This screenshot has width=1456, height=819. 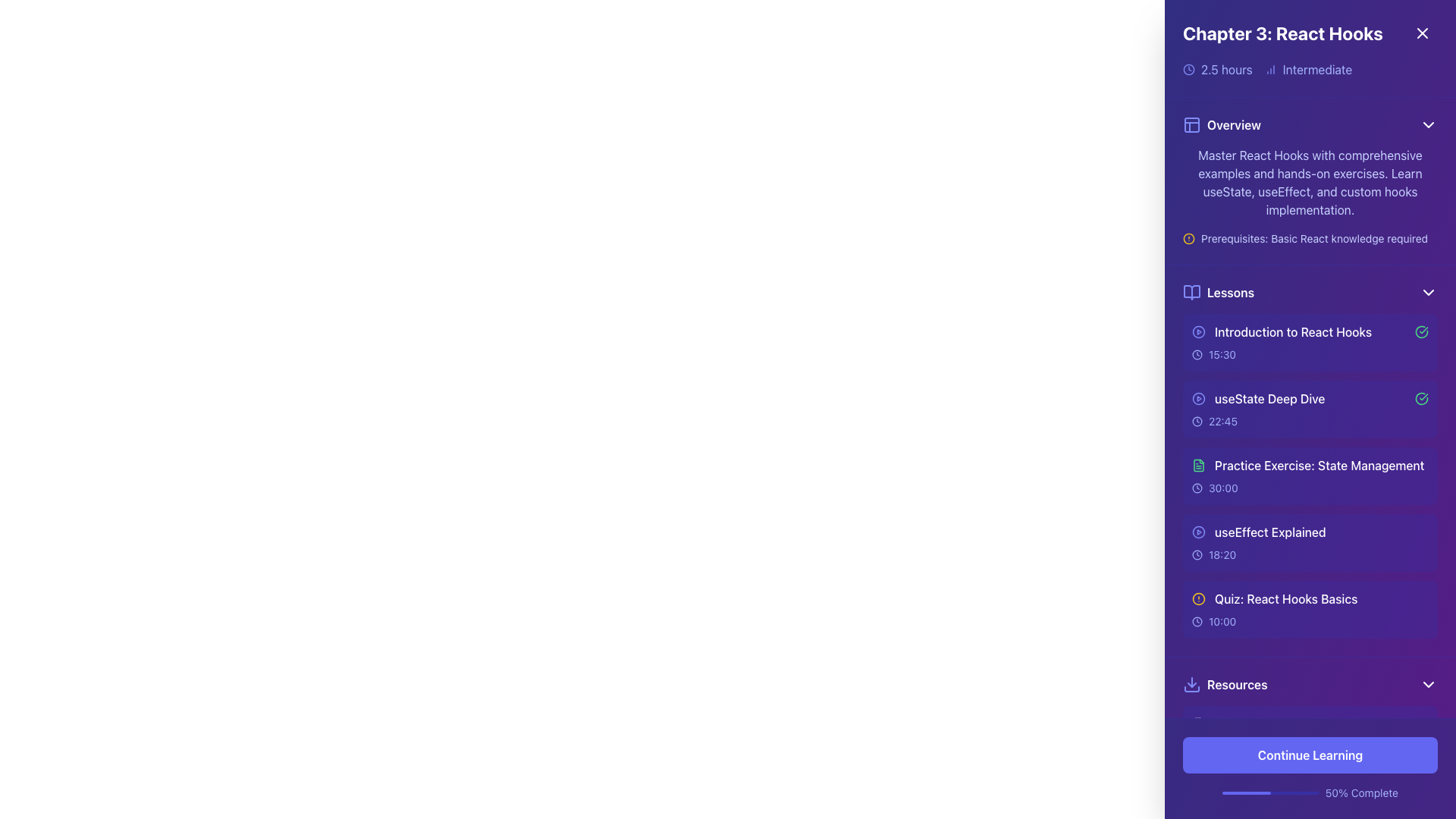 What do you see at coordinates (1197, 532) in the screenshot?
I see `the hollow circular Iconic component within the SVG graphic associated with the 'useEffect Explained' lesson, located in the fourth item of the sidebar` at bounding box center [1197, 532].